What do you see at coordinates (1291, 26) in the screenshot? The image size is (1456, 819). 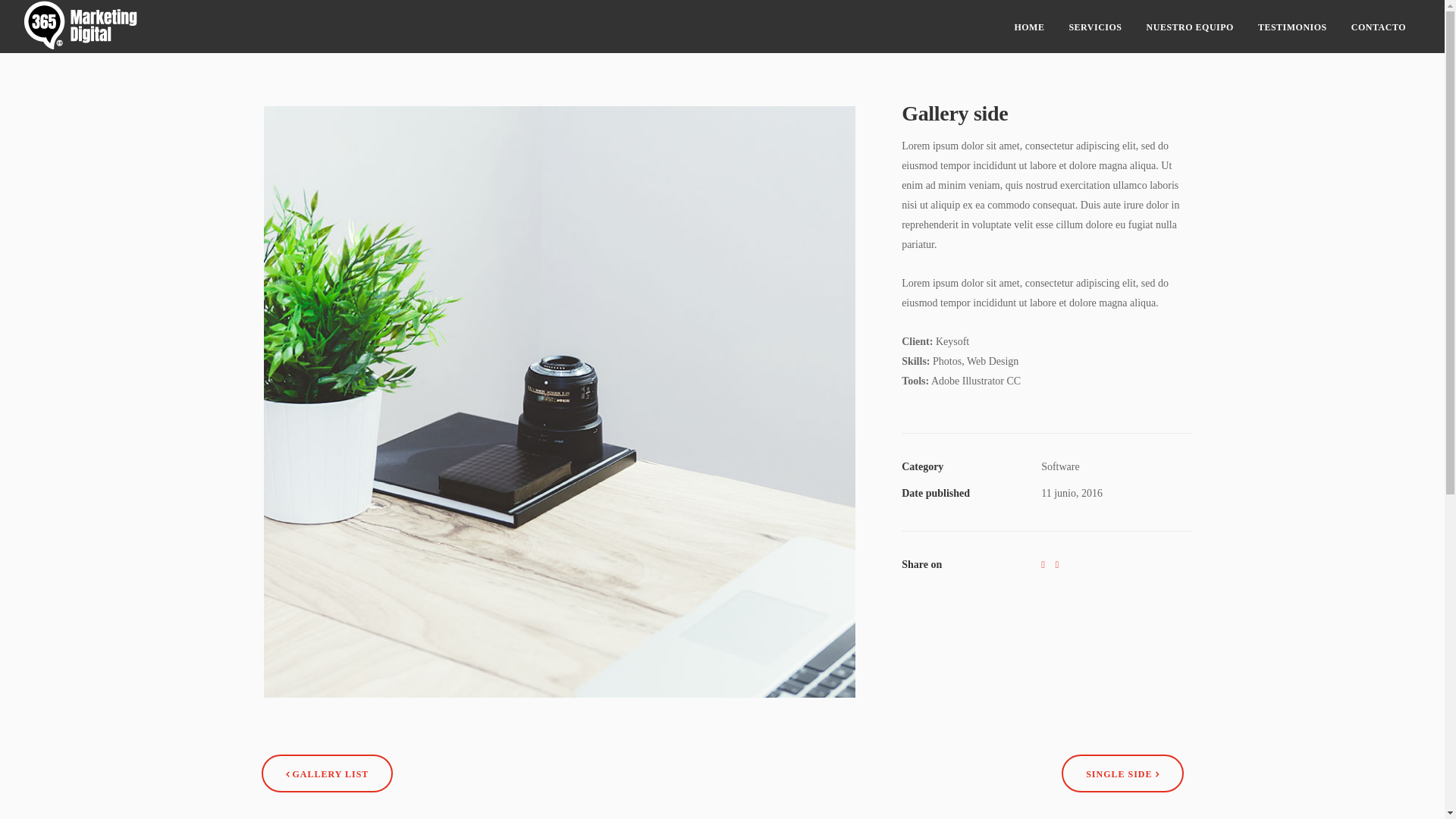 I see `'TESTIMONIOS'` at bounding box center [1291, 26].